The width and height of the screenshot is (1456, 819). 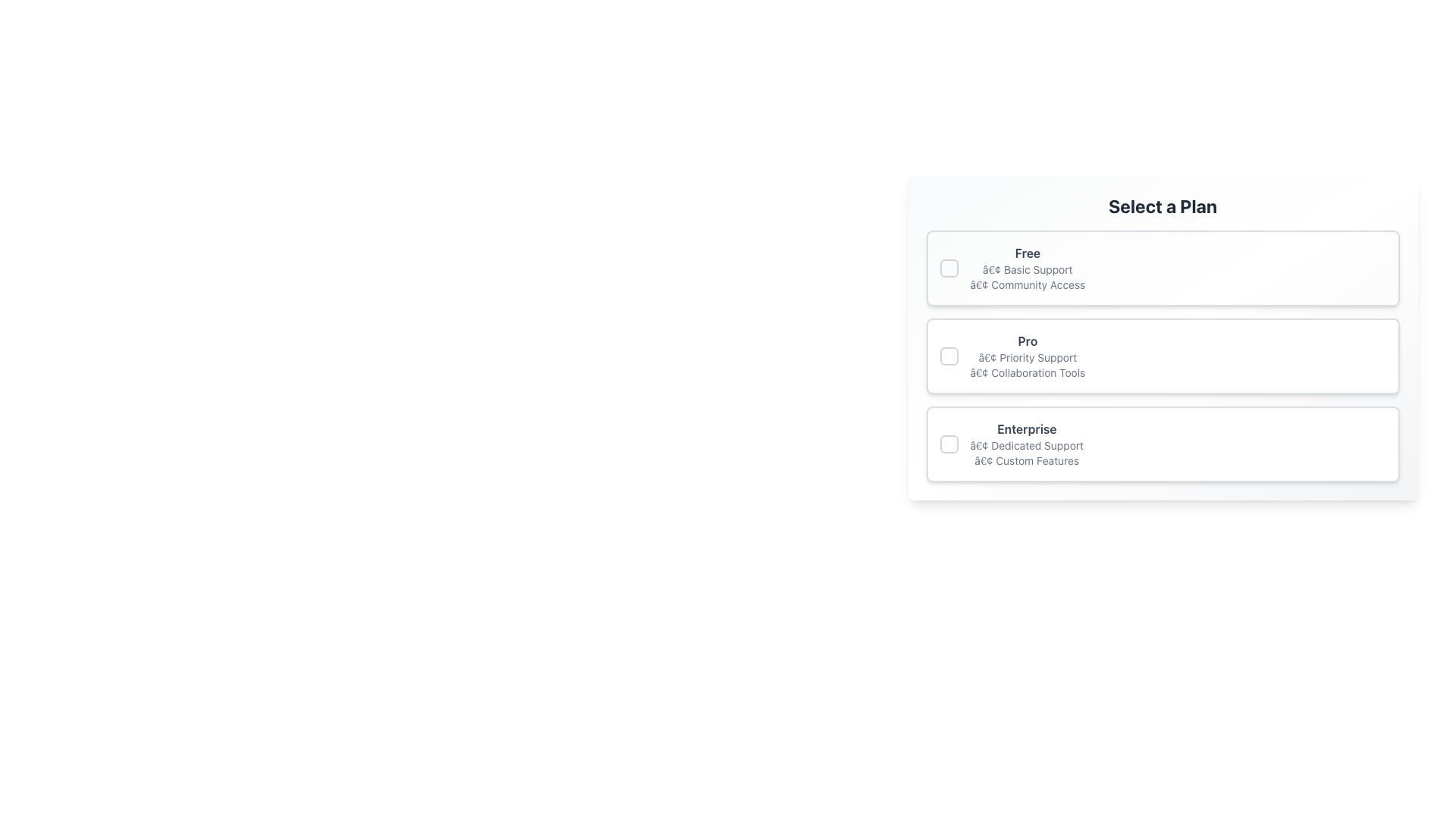 I want to click on text element labeled '• Priority Support' located in the 'Pro' section of the selection form, so click(x=1028, y=357).